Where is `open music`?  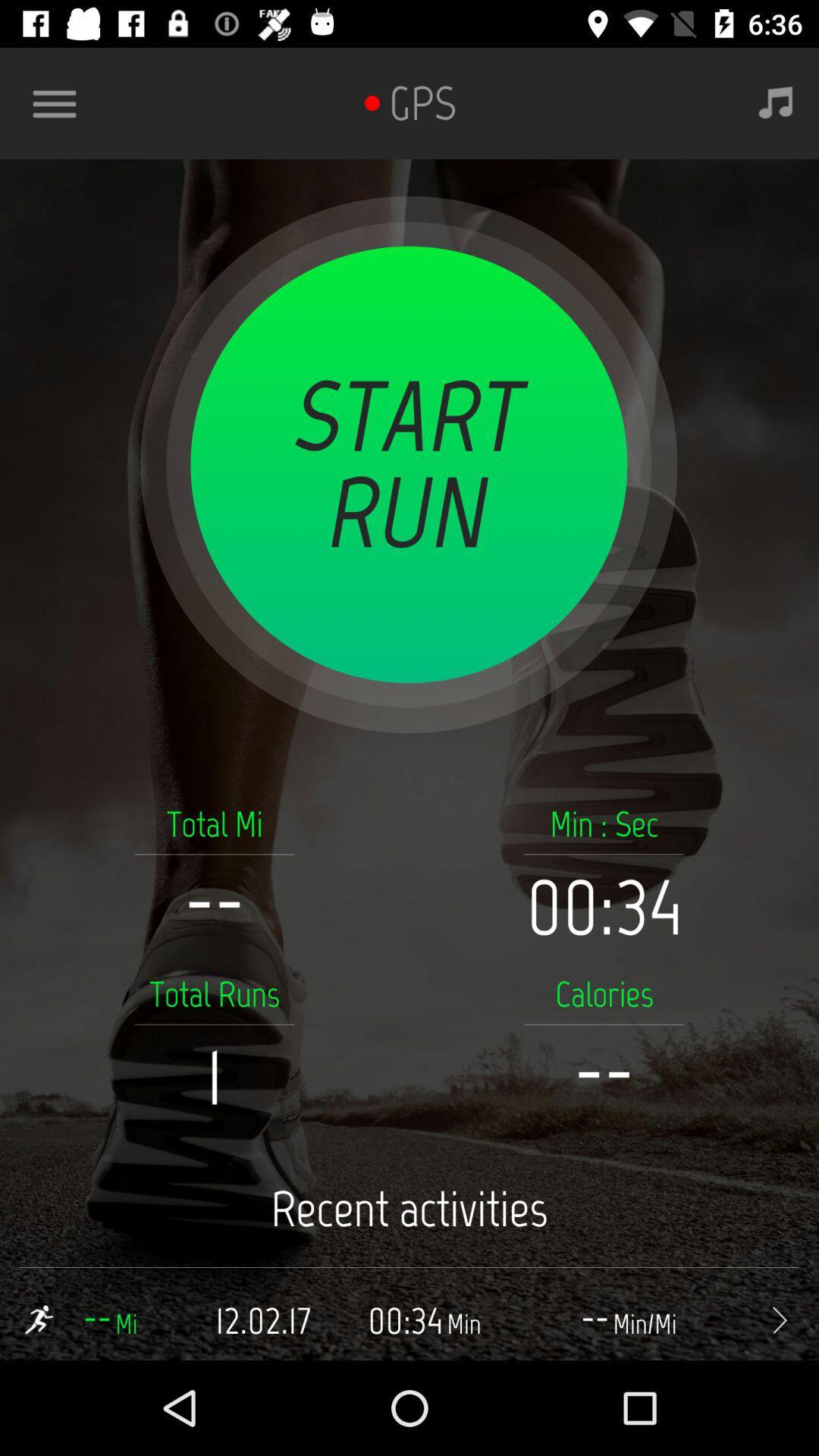 open music is located at coordinates (776, 102).